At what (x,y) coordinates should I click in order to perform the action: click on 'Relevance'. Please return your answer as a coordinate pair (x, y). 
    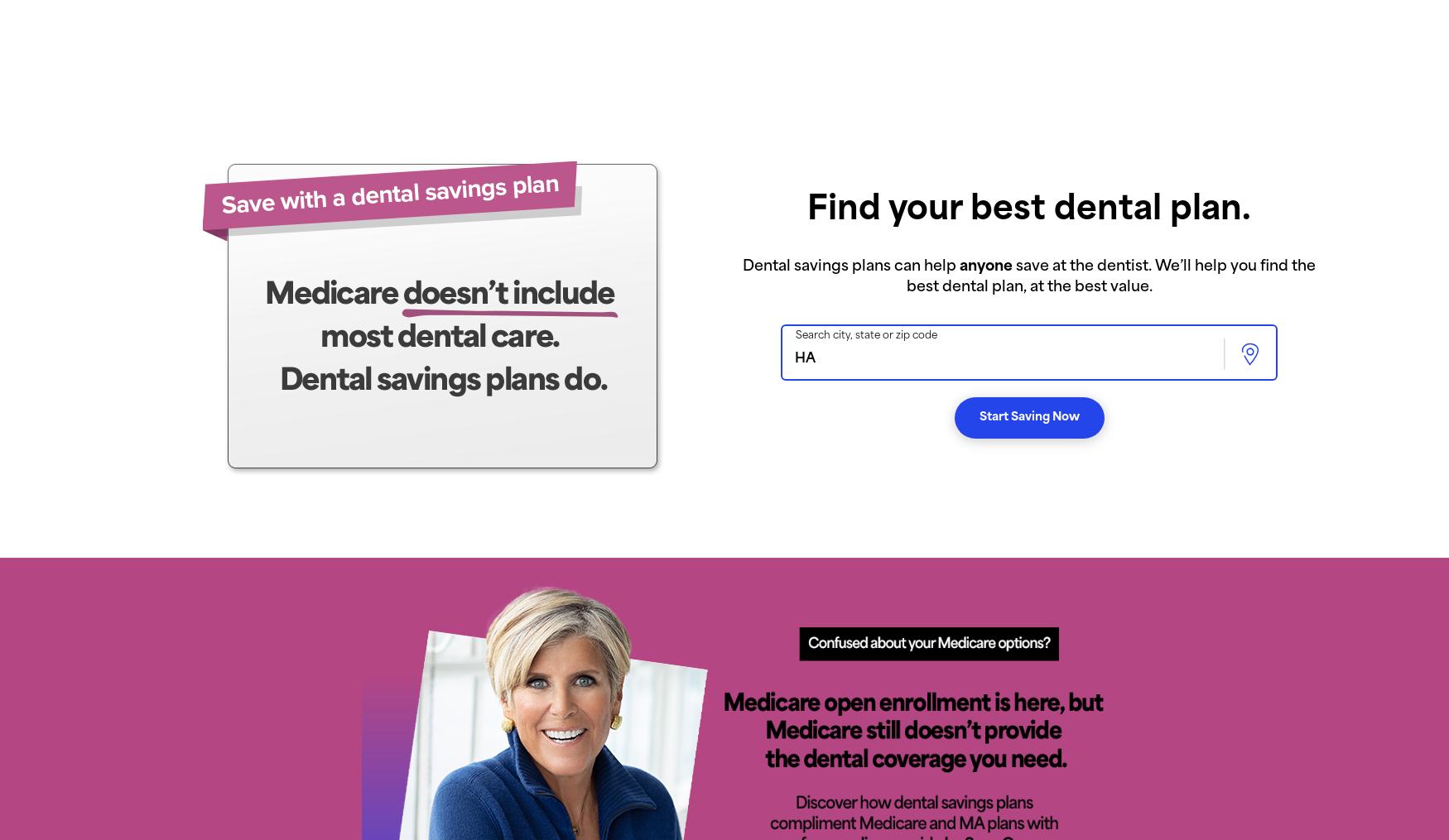
    Looking at the image, I should click on (941, 109).